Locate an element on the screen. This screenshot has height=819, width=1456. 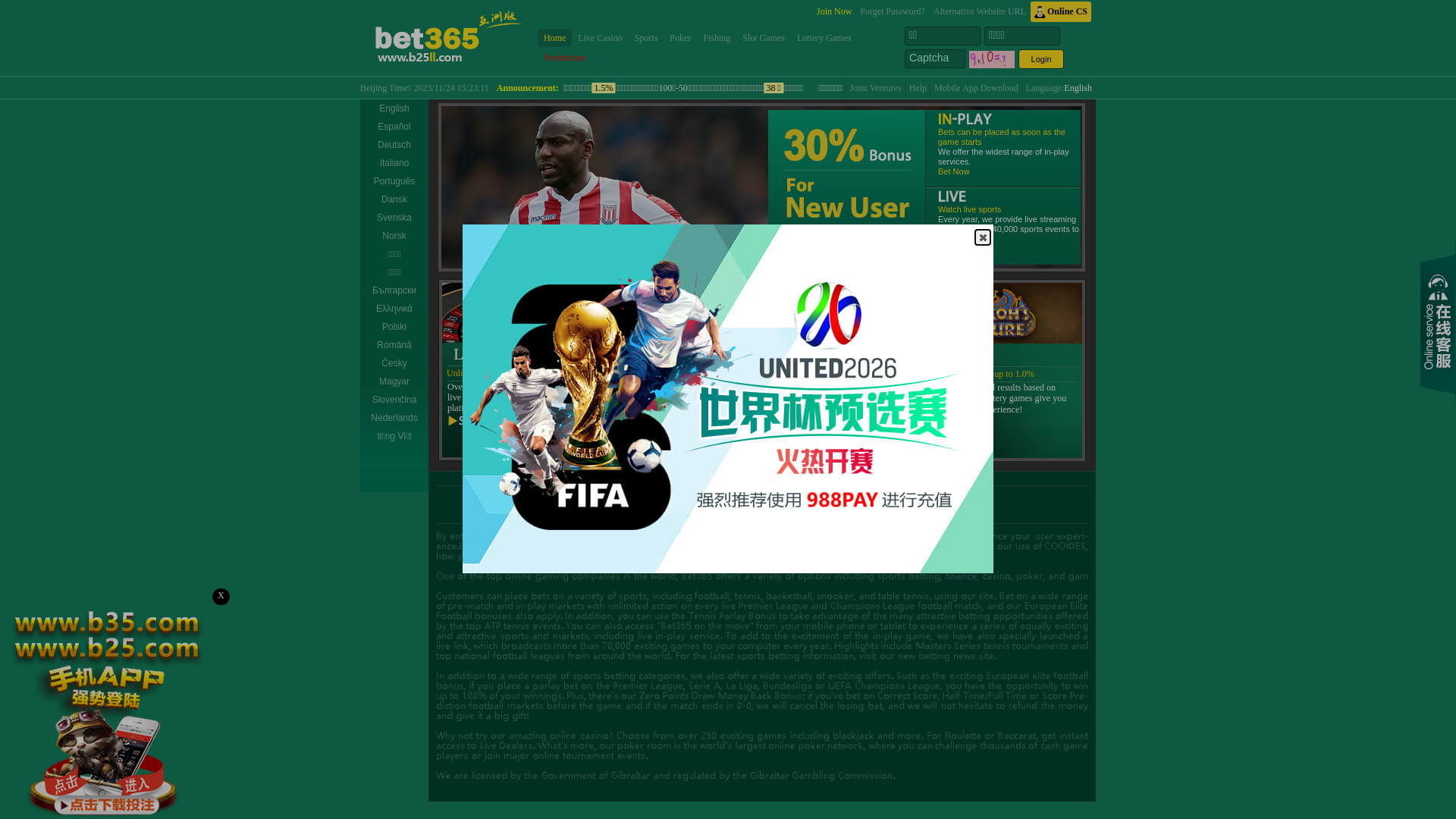
'Dansk' is located at coordinates (394, 198).